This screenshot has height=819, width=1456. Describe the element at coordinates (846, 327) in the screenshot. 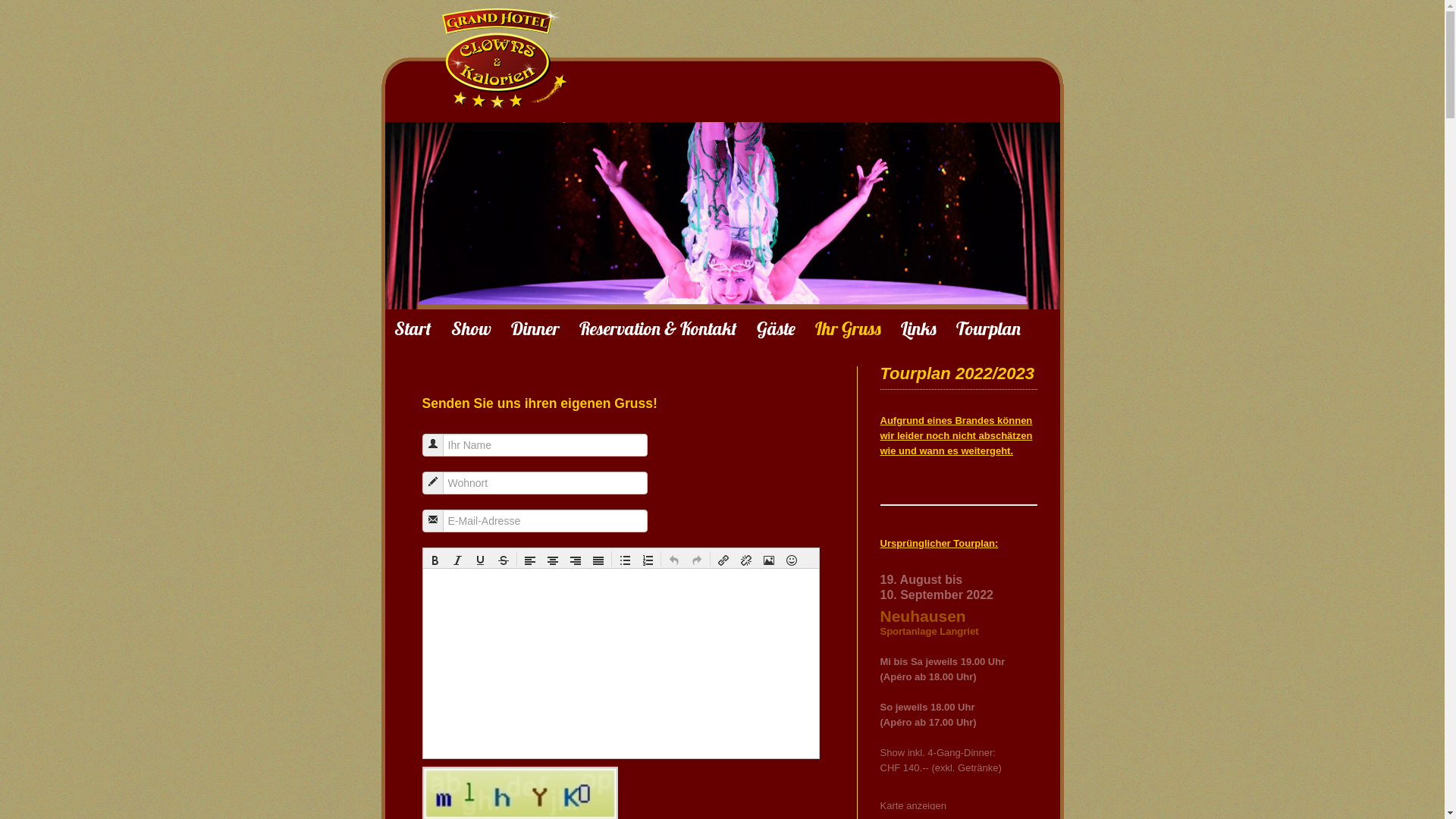

I see `'Ihr Gruss'` at that location.